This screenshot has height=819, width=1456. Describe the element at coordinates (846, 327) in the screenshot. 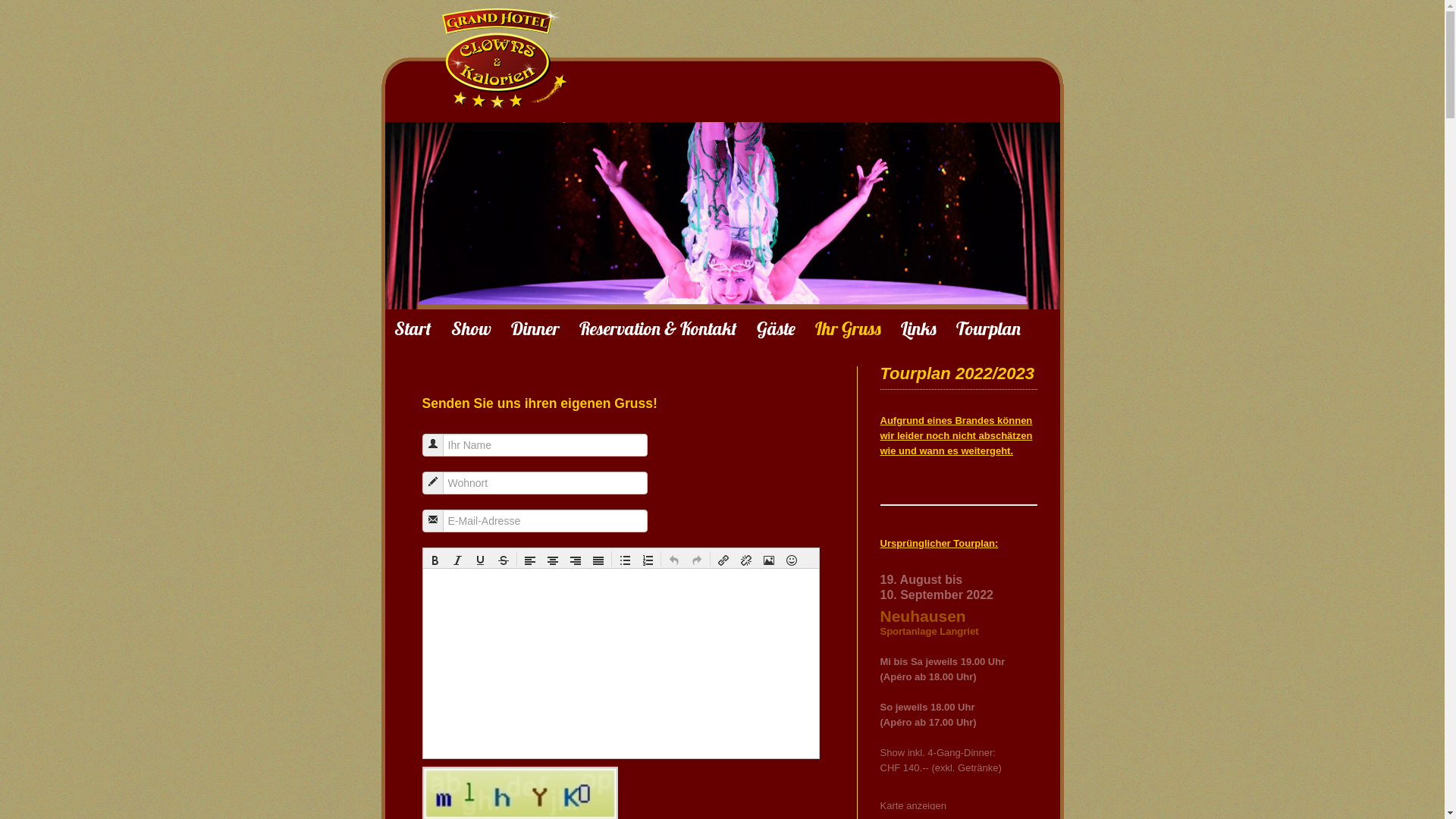

I see `'Ihr Gruss'` at that location.